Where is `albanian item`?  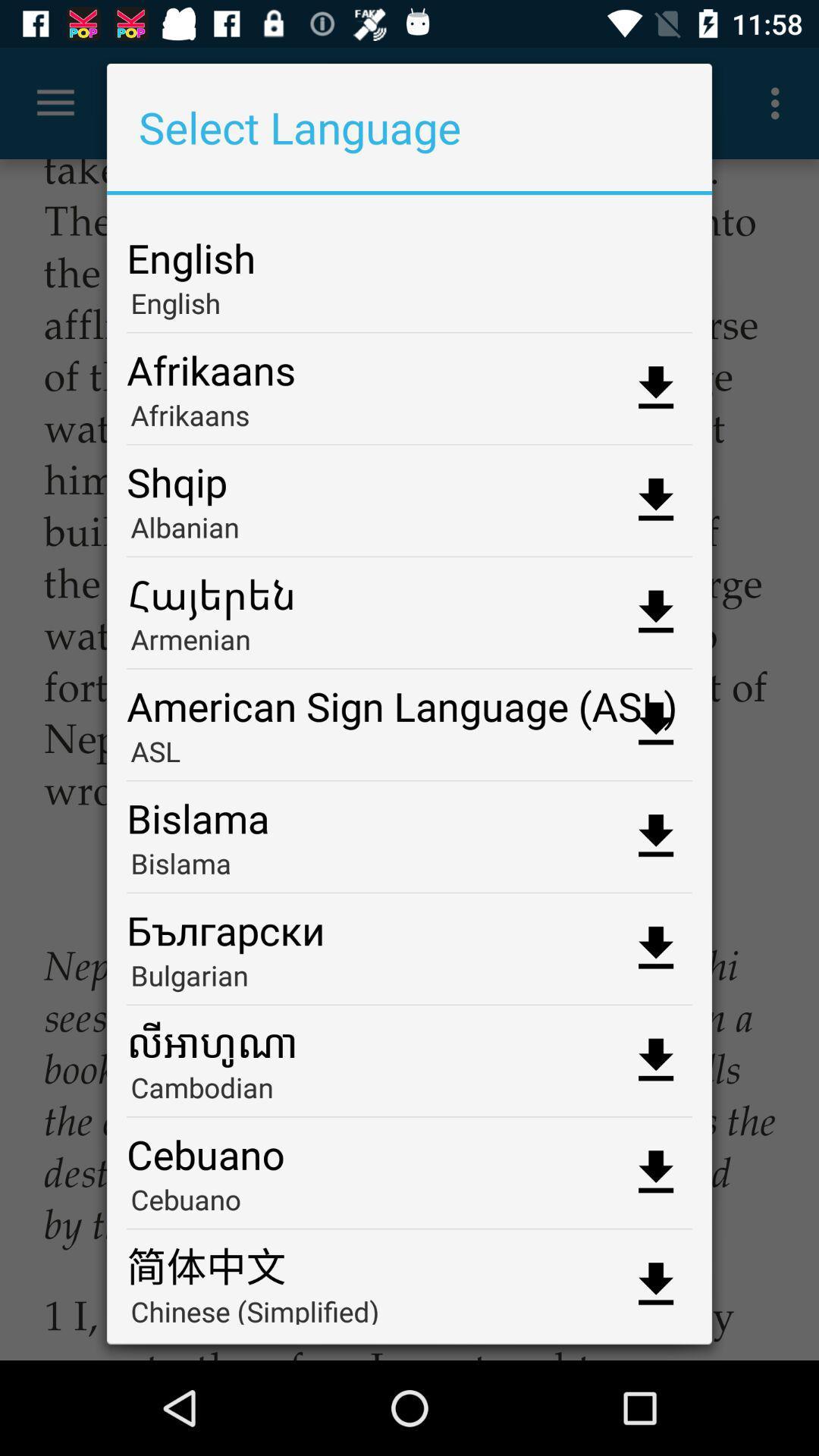
albanian item is located at coordinates (409, 532).